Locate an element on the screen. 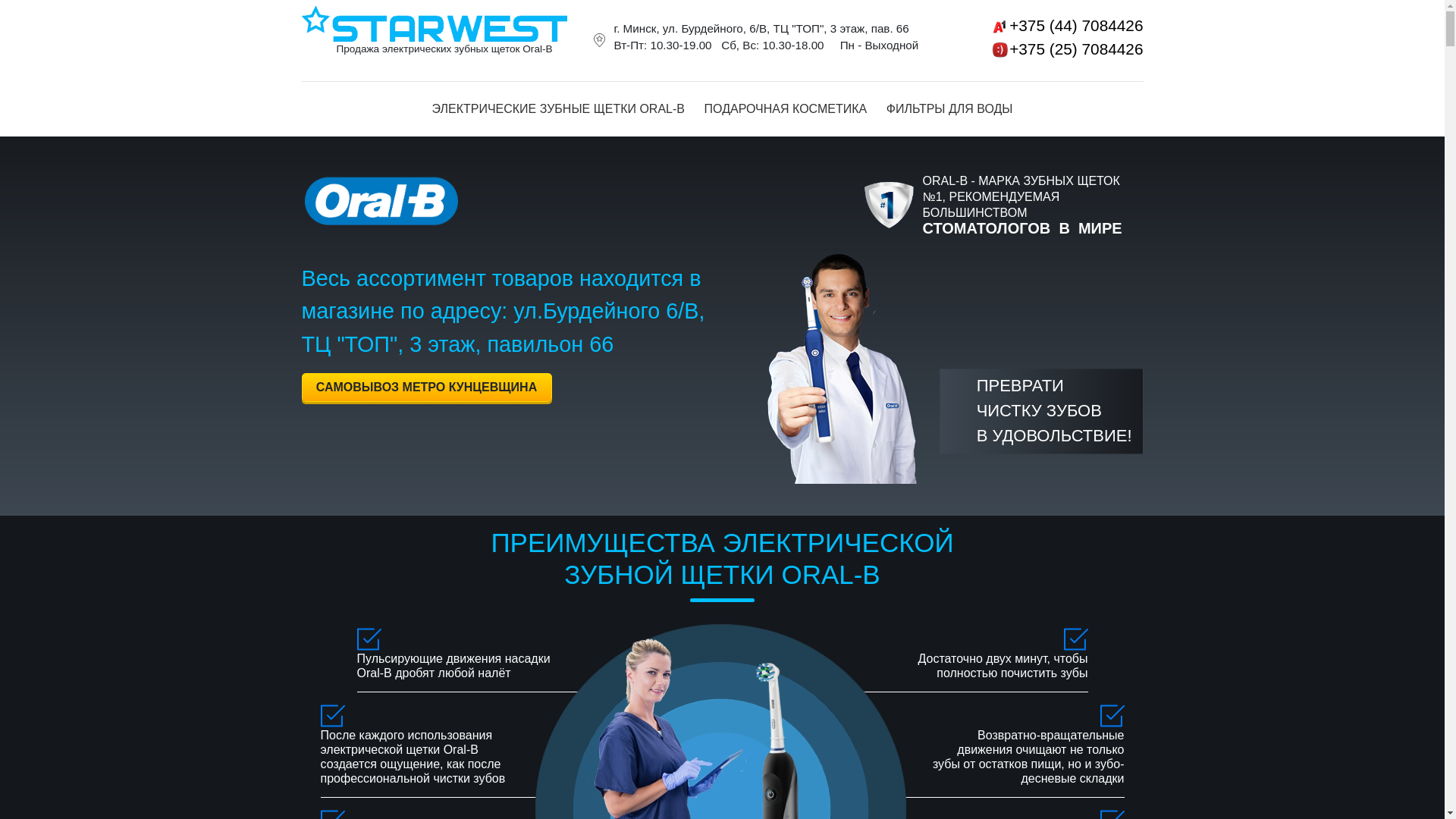  '+375 (25) 7084426' is located at coordinates (1045, 48).